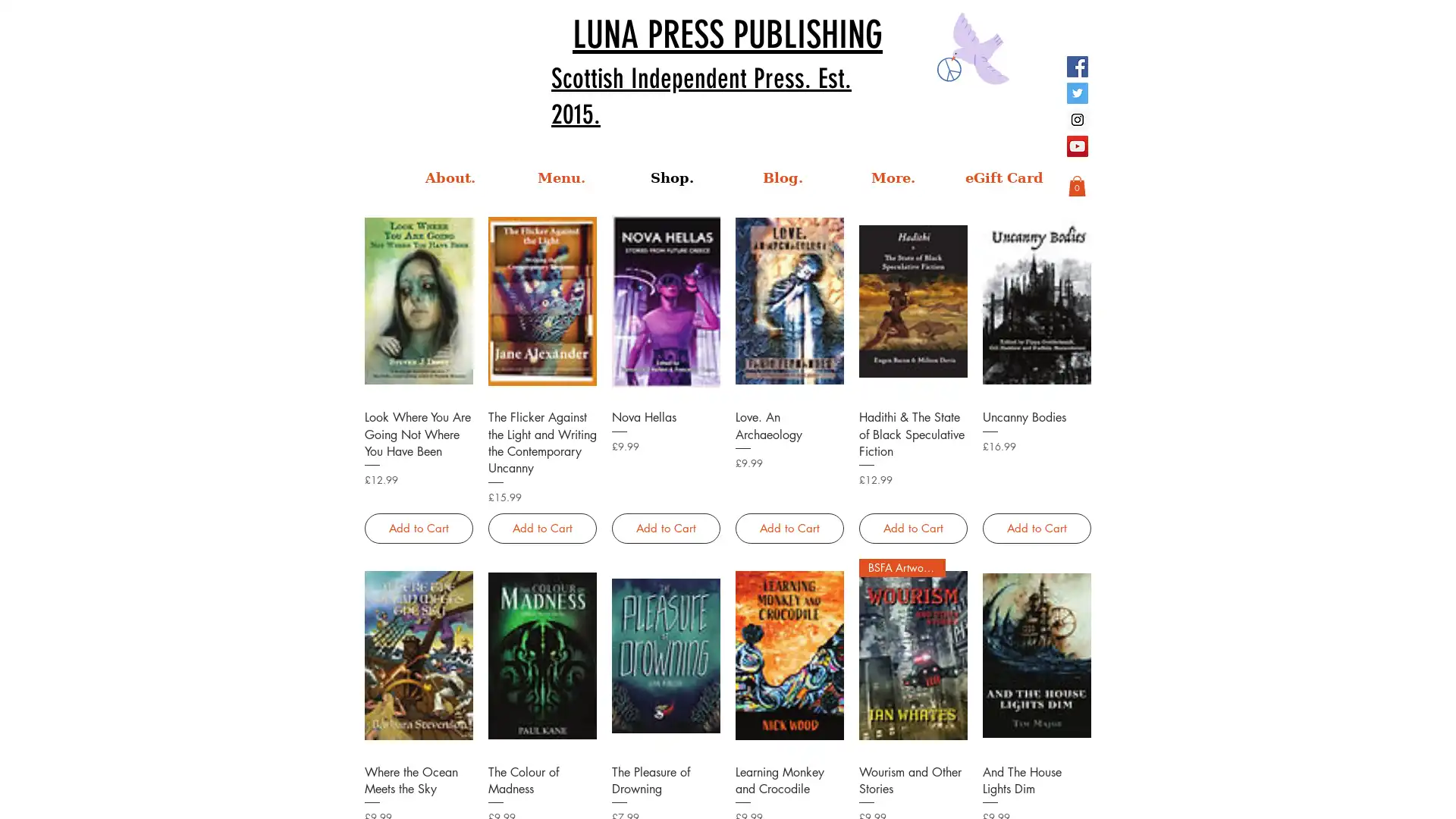  Describe the element at coordinates (419, 770) in the screenshot. I see `Quick View` at that location.